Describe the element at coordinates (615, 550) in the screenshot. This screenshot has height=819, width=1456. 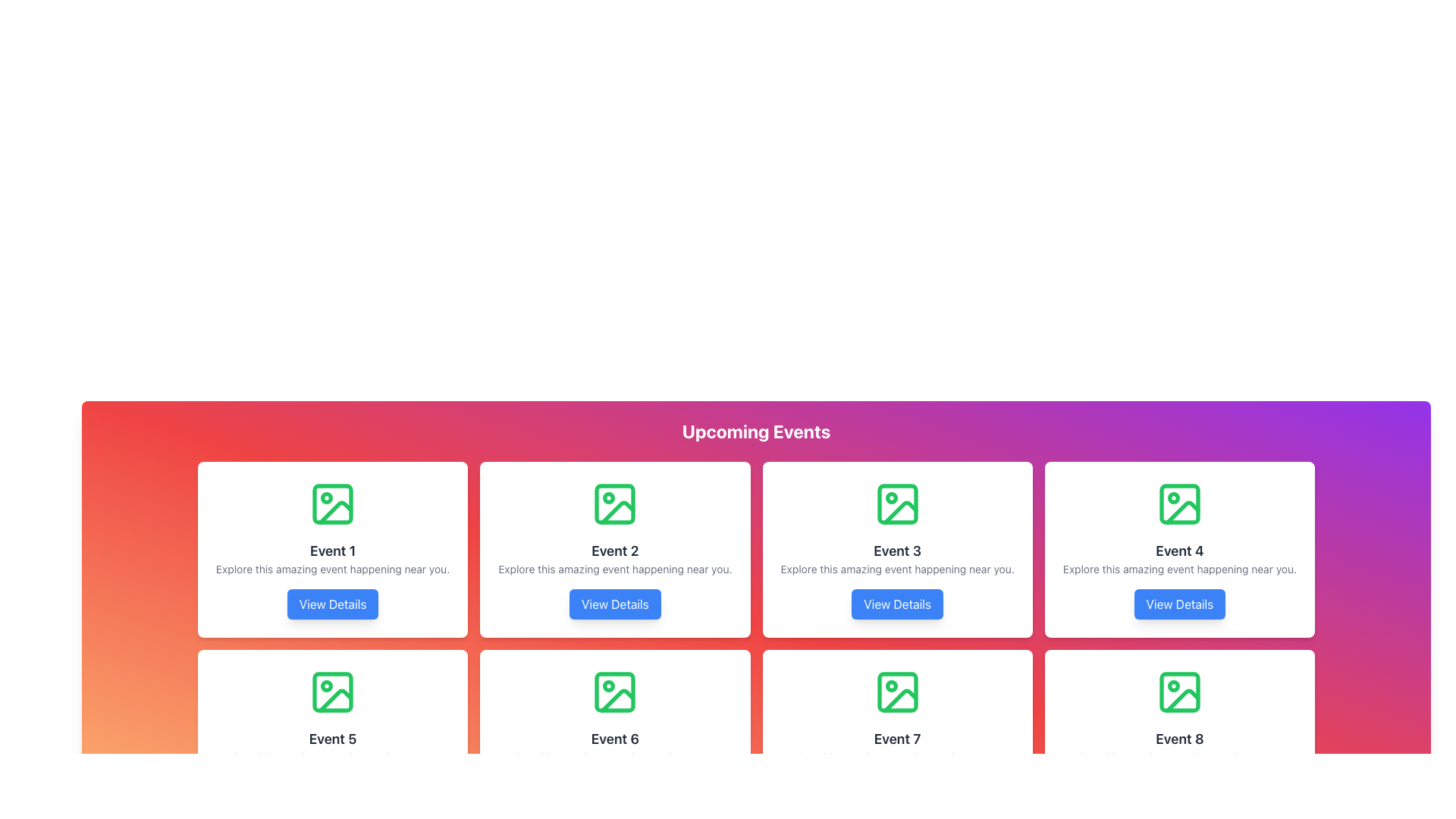
I see `event information text from the second card component in the grid layout, which contains an image and a button for more details` at that location.